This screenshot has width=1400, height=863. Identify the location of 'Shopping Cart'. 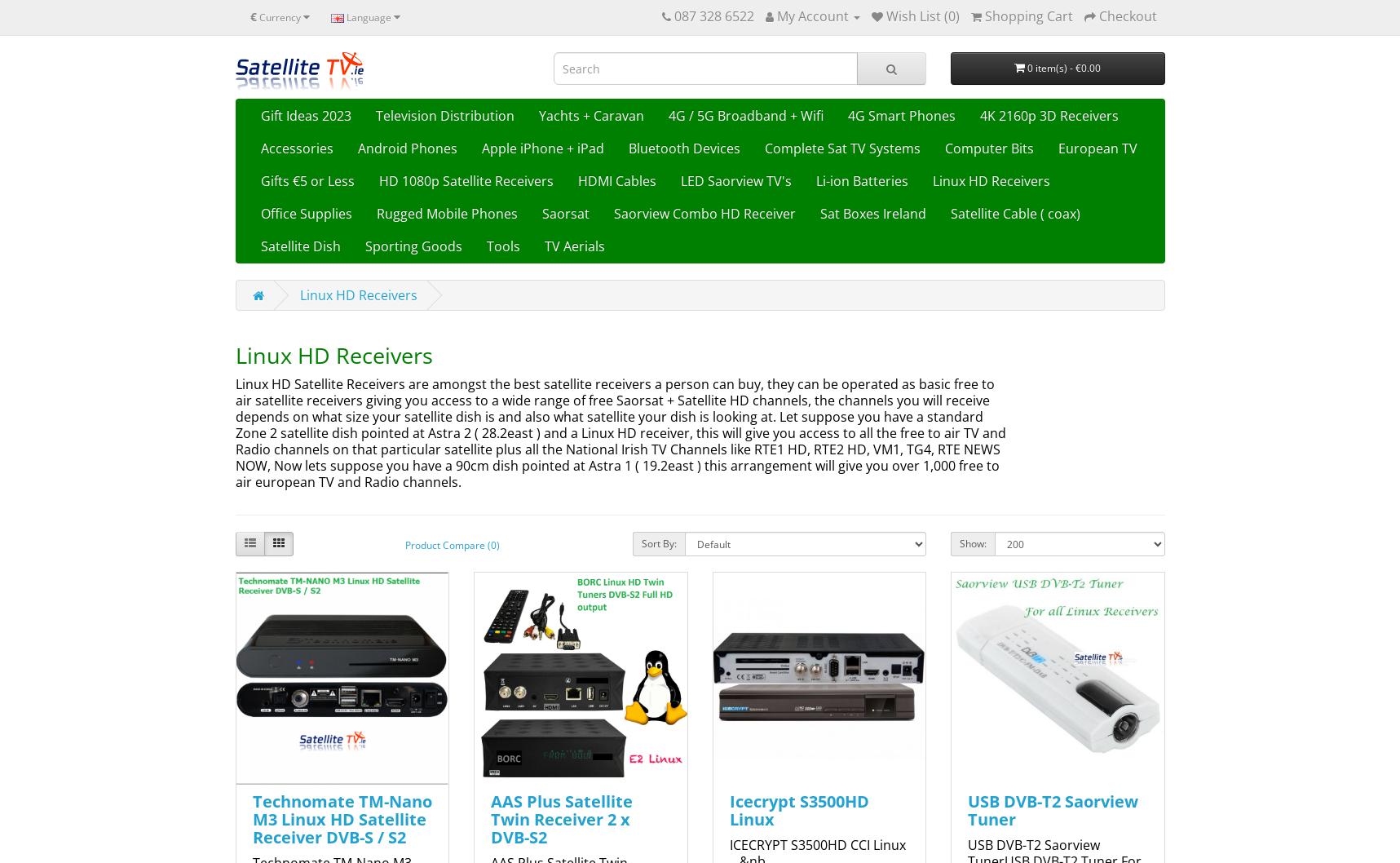
(1027, 15).